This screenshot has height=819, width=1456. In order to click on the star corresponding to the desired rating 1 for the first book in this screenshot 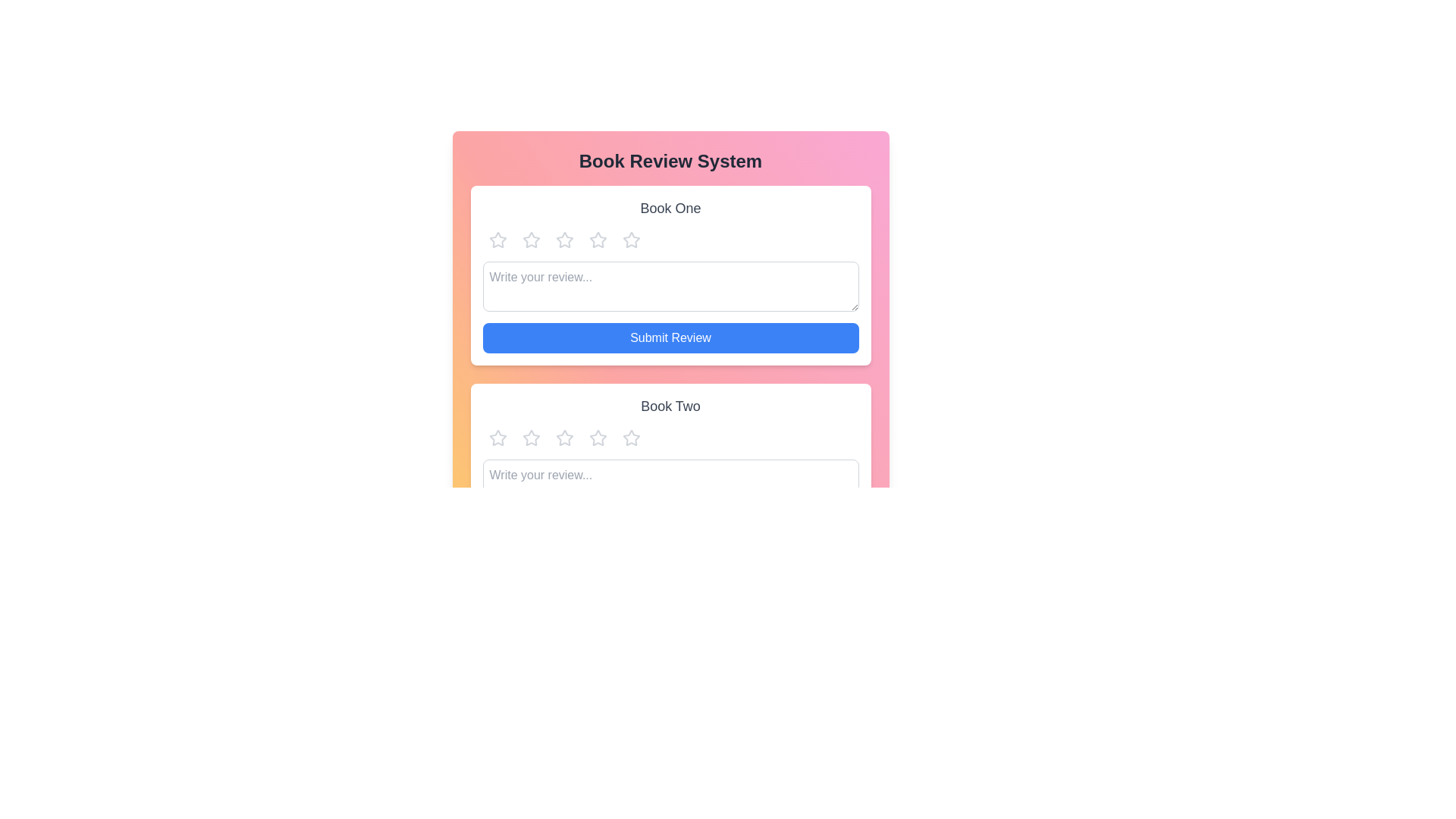, I will do `click(497, 239)`.